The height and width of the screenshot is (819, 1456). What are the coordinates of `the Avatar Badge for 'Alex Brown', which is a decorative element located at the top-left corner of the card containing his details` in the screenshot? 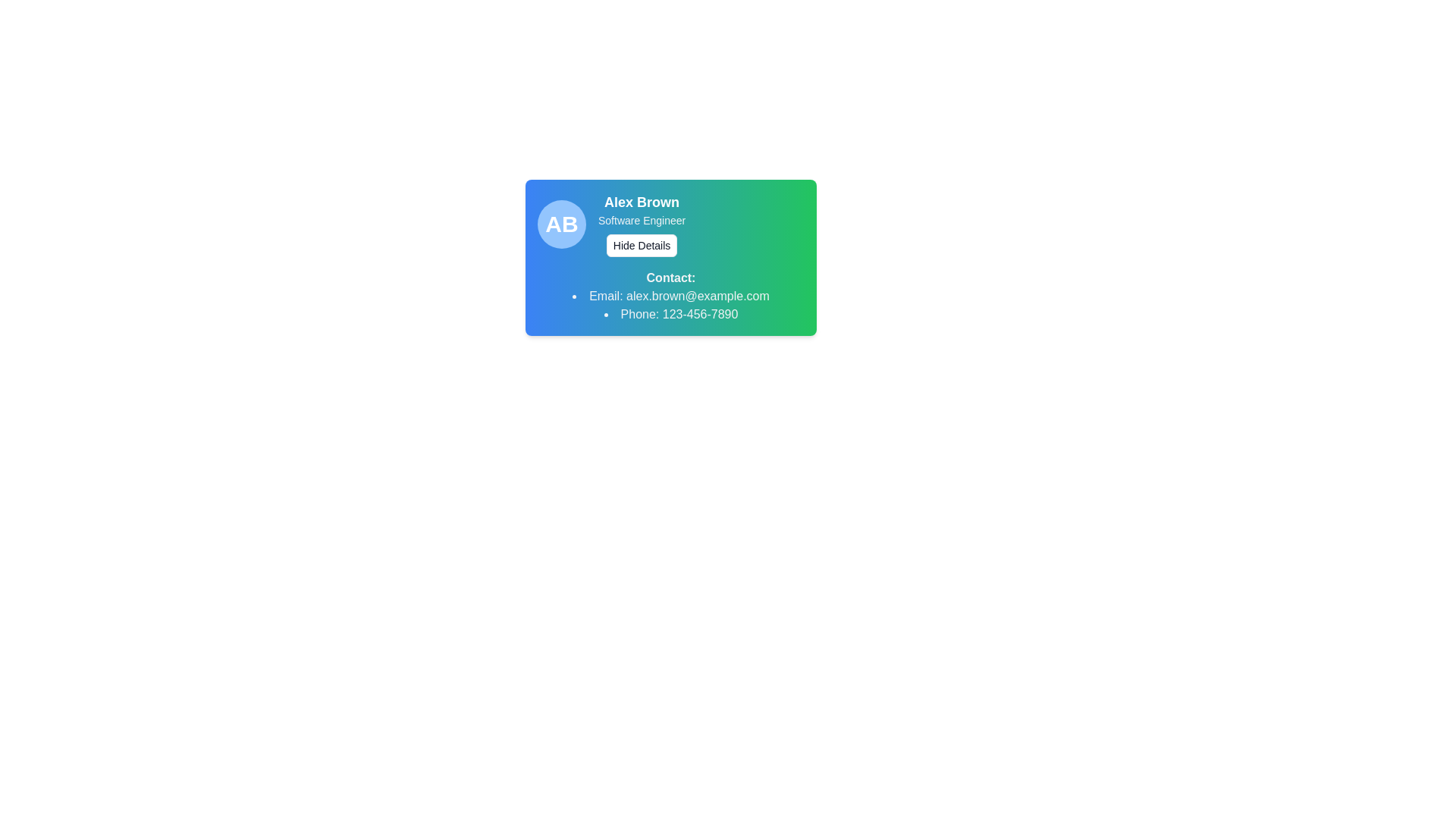 It's located at (560, 224).